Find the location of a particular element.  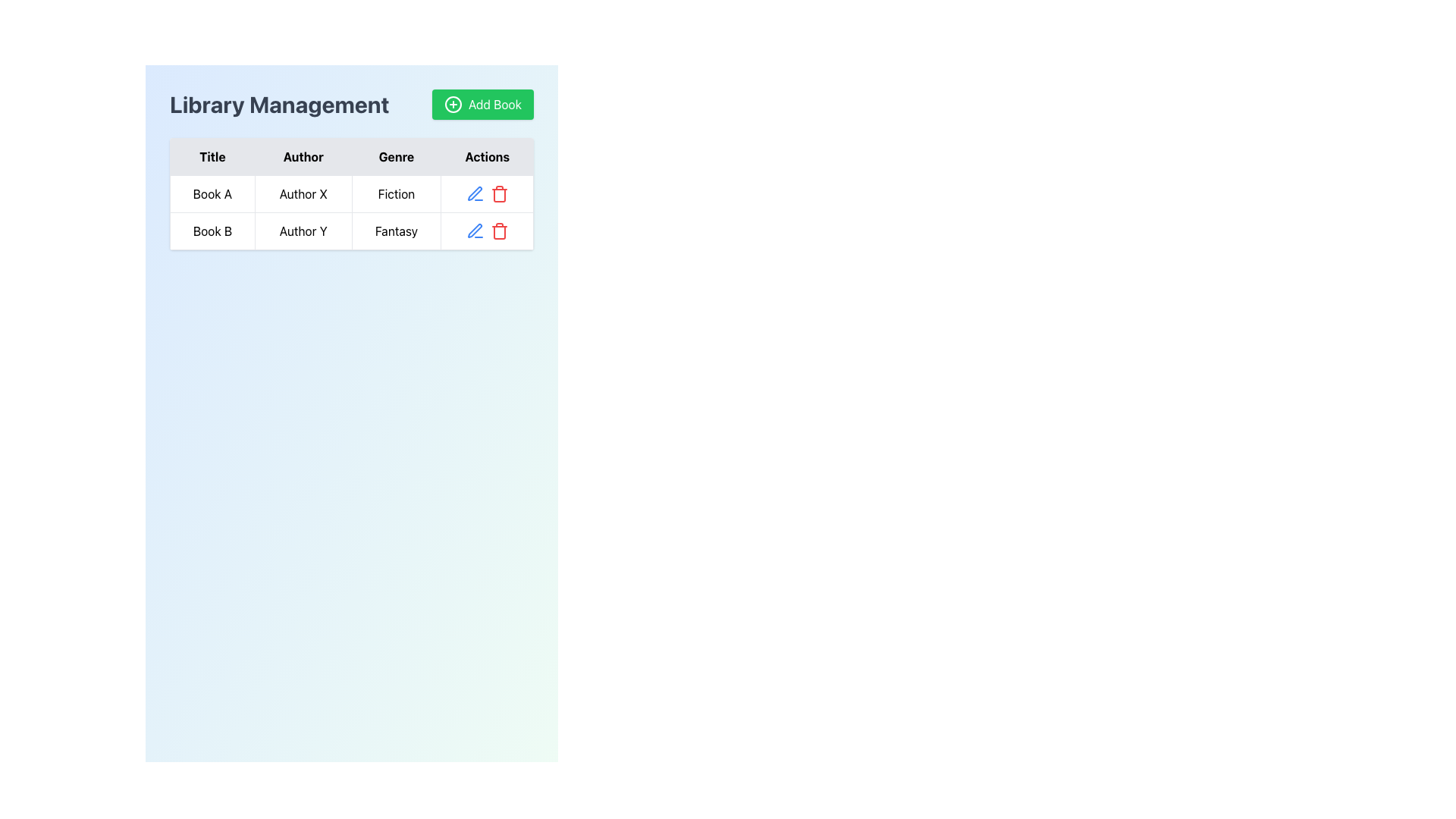

the text display field that shows 'Author Y', located in the second row of the 'Author' column in the 'Library Management' table is located at coordinates (303, 231).